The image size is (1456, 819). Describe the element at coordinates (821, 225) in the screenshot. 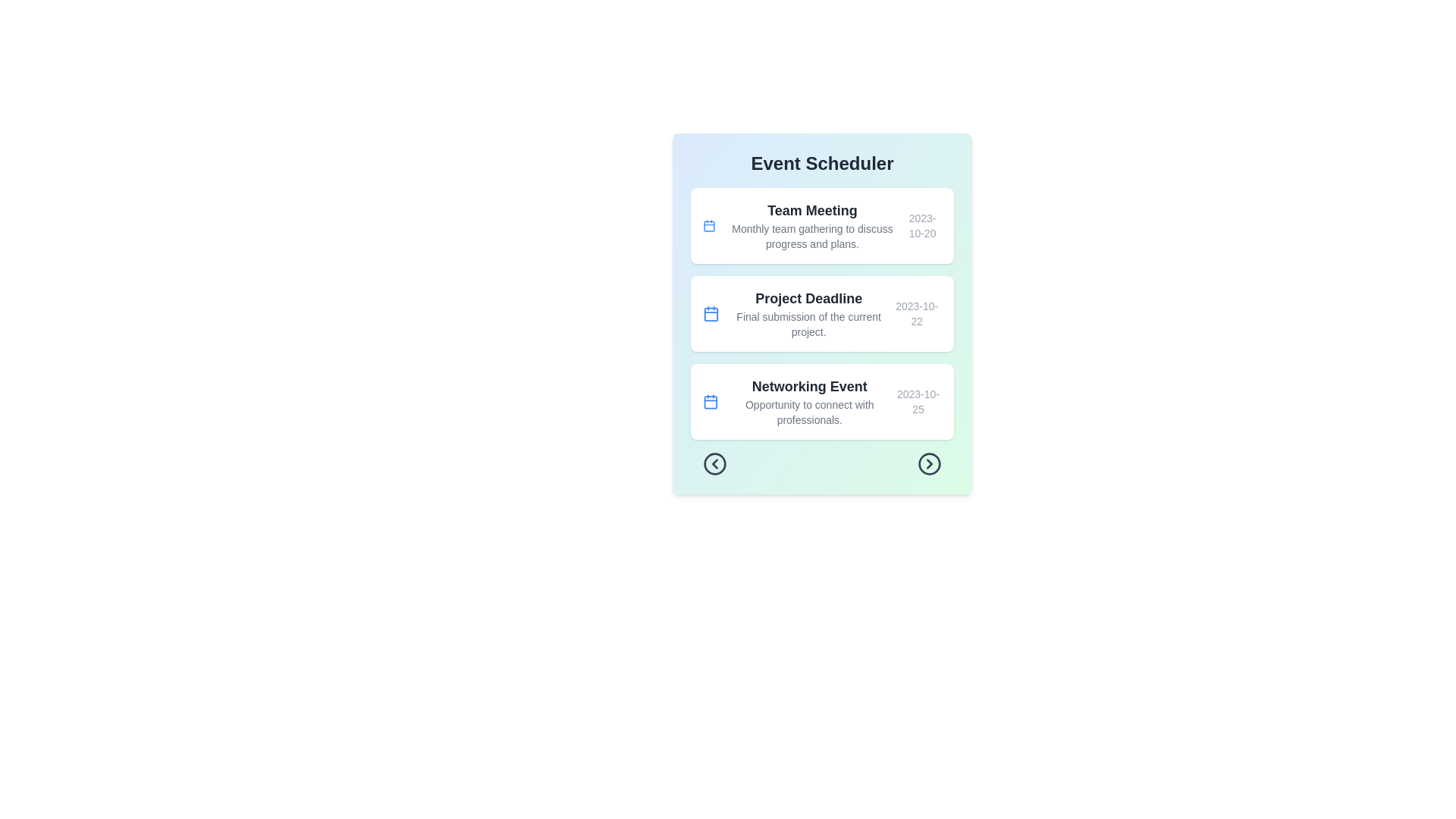

I see `the event card for Team Meeting to view the hover effect` at that location.